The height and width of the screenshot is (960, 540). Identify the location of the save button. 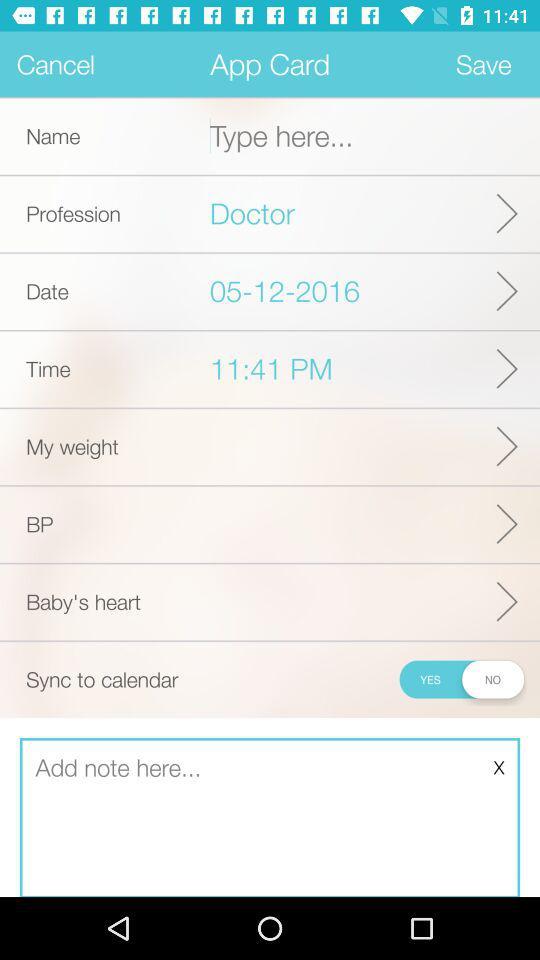
(482, 64).